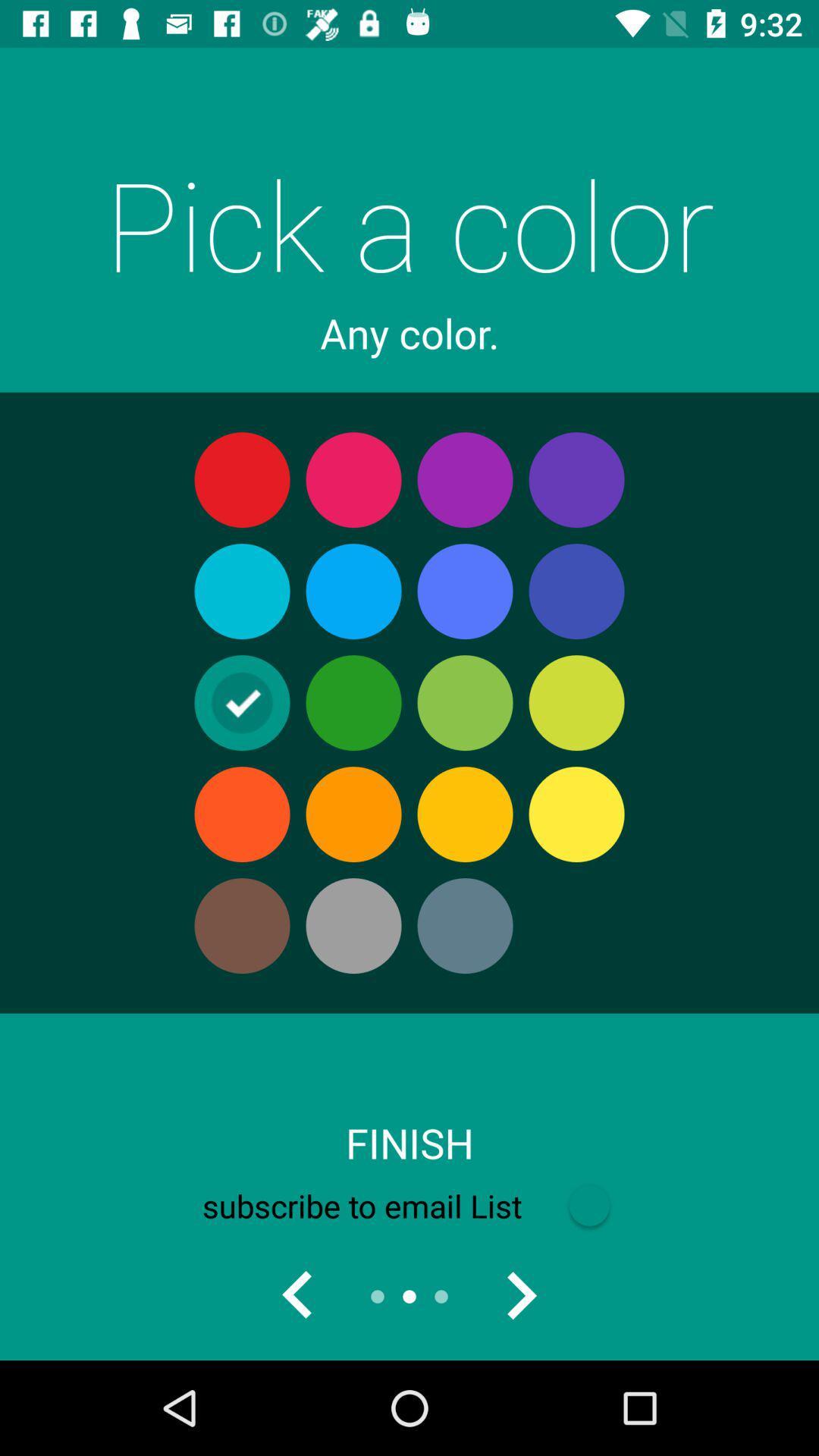 This screenshot has width=819, height=1456. What do you see at coordinates (298, 1295) in the screenshot?
I see `the arrow_backward icon` at bounding box center [298, 1295].